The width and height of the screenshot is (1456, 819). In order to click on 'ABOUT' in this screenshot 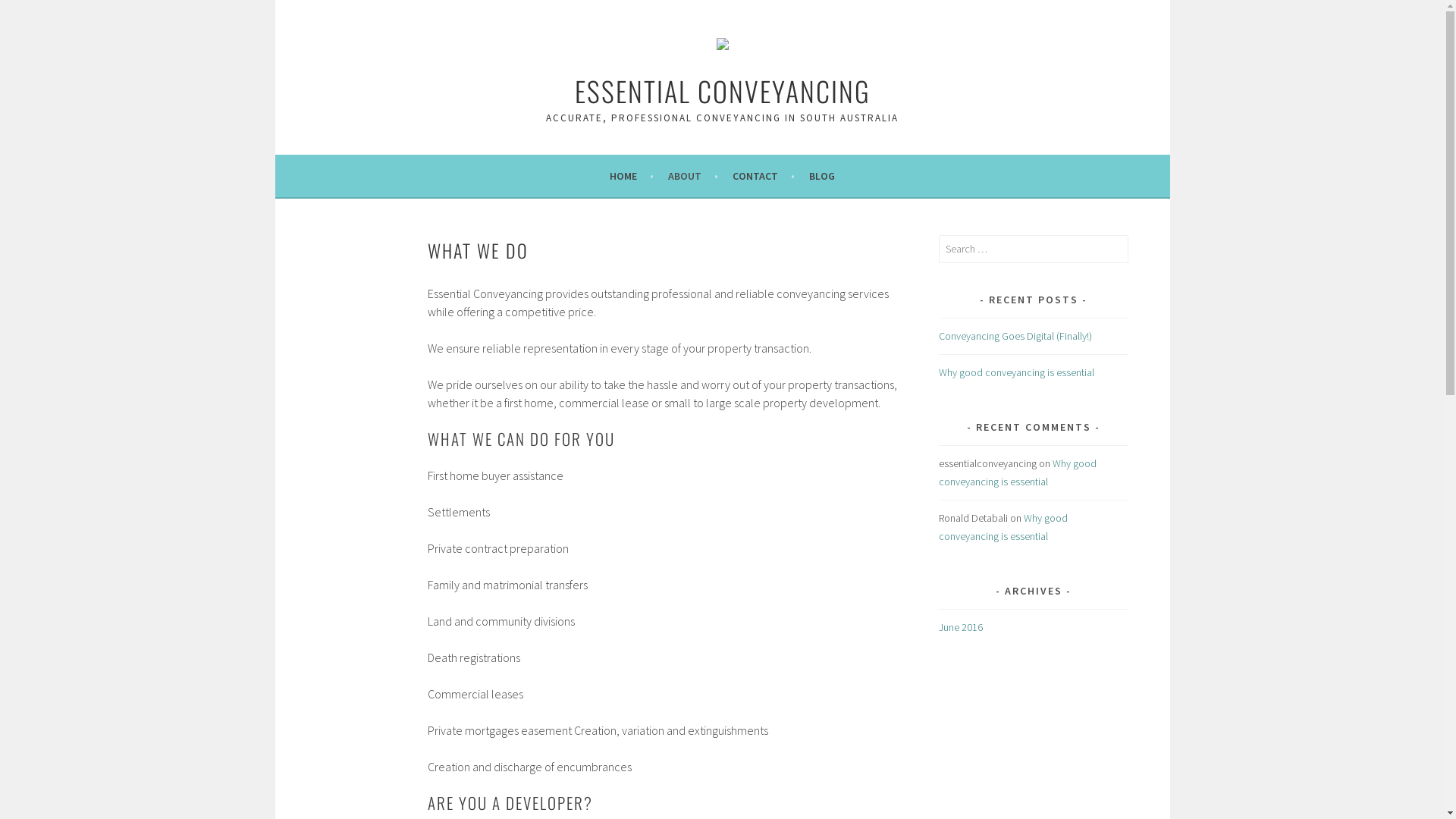, I will do `click(692, 174)`.